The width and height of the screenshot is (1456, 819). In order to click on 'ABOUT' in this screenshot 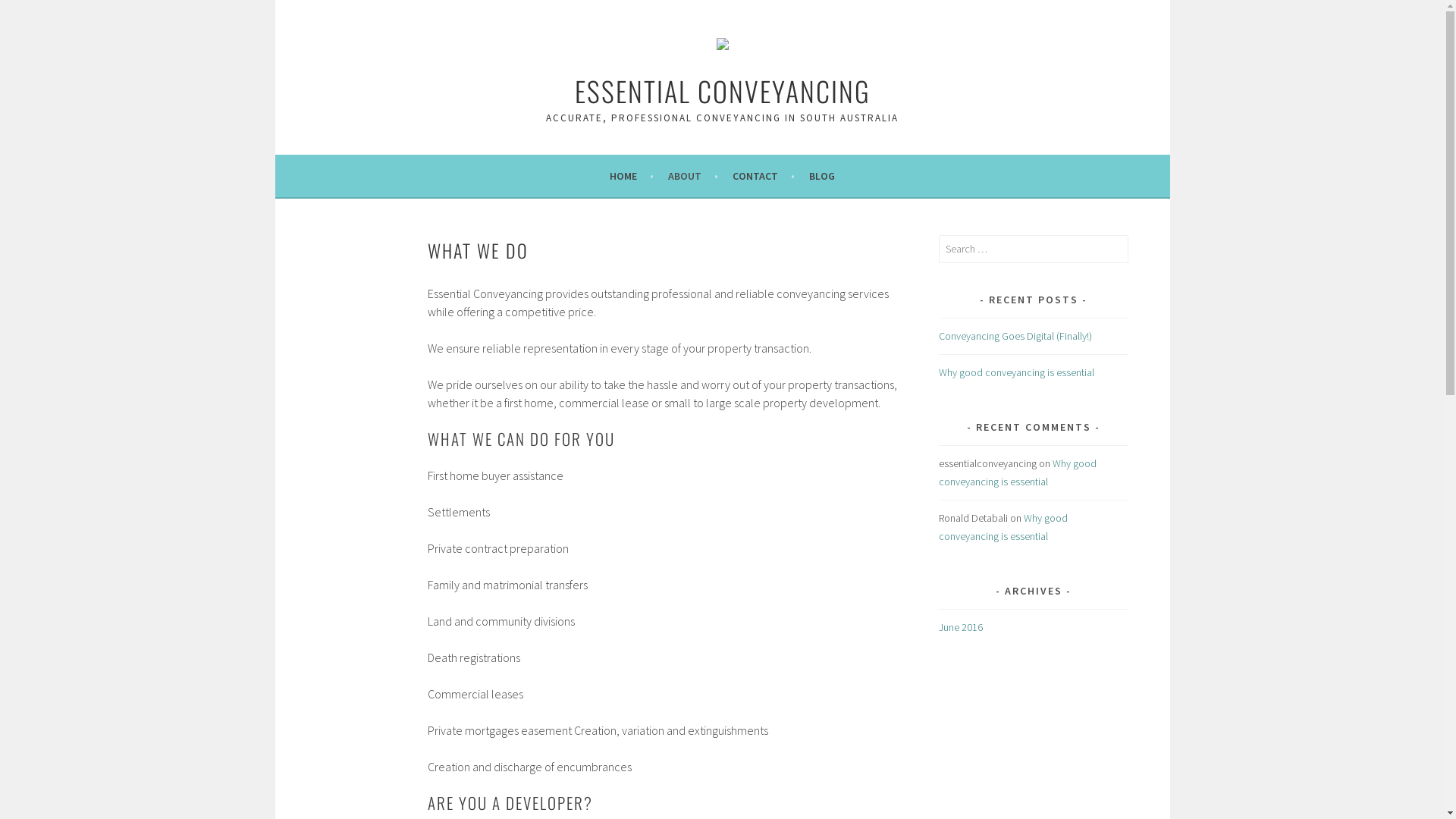, I will do `click(692, 174)`.